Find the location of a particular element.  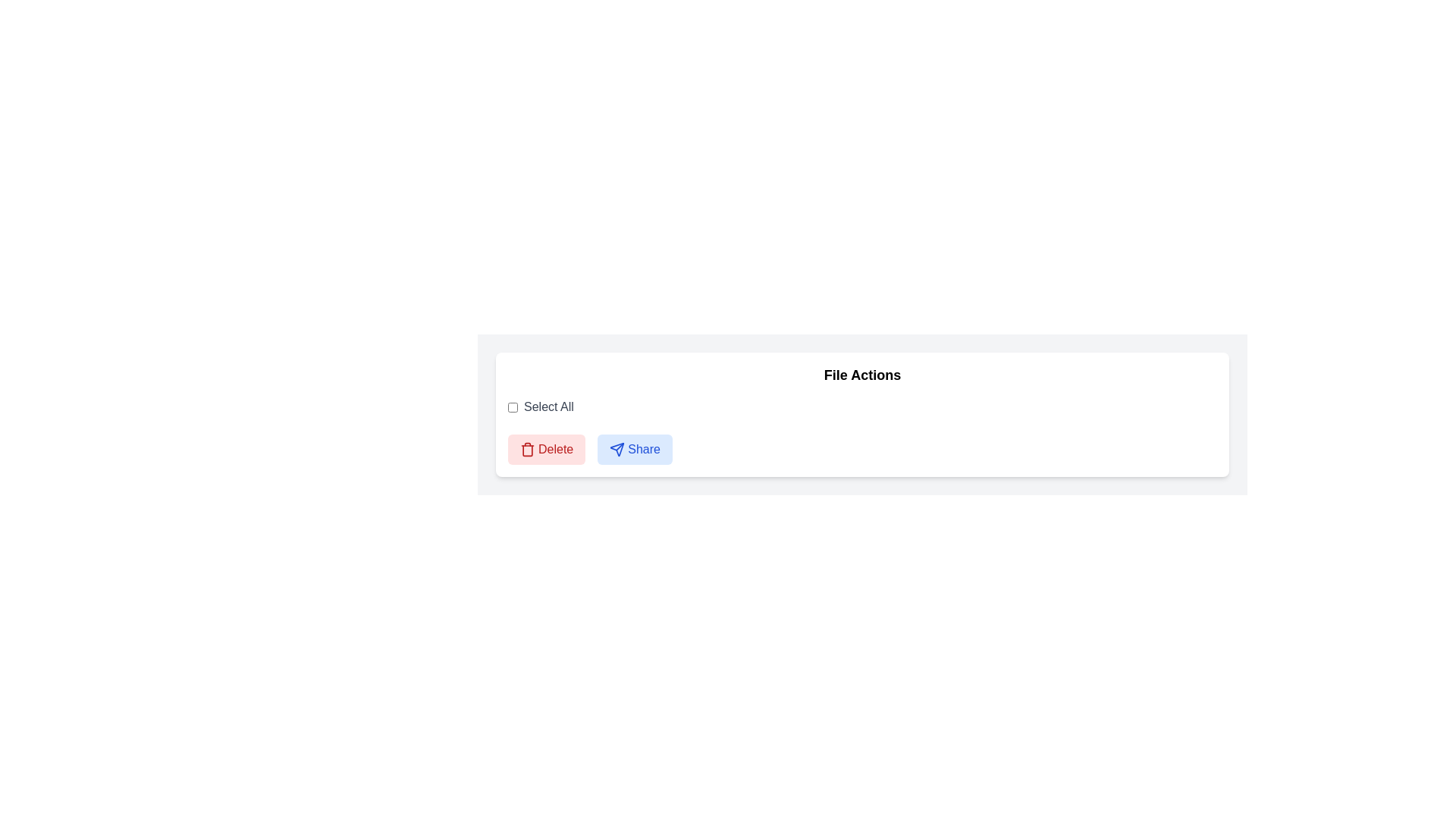

the 'Select All' label, which is a small gray text element positioned to the right of a checkbox within a card-like panel is located at coordinates (548, 406).